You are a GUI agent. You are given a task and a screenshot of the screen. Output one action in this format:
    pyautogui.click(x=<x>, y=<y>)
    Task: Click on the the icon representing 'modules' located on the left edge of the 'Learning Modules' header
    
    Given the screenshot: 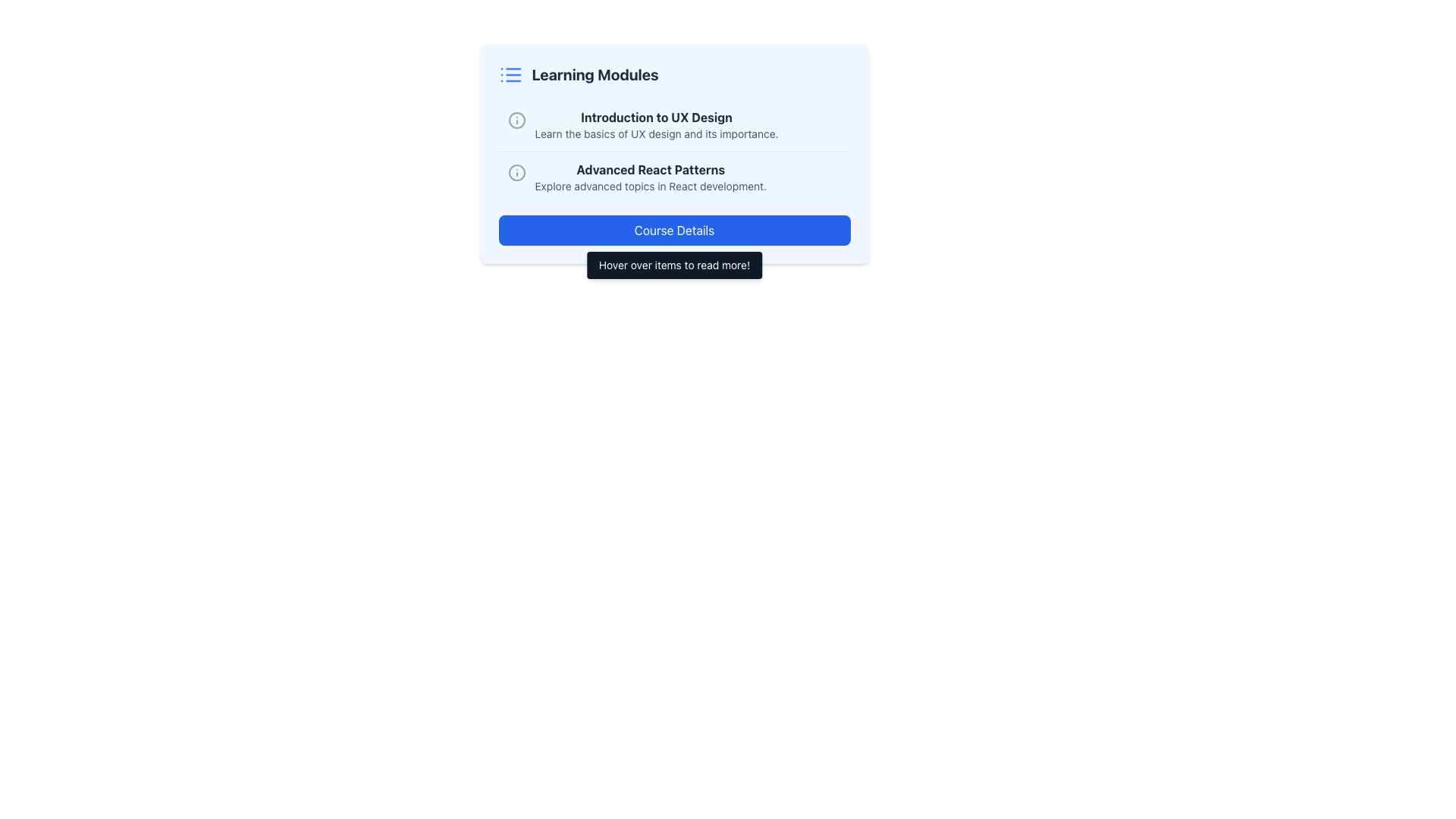 What is the action you would take?
    pyautogui.click(x=510, y=75)
    